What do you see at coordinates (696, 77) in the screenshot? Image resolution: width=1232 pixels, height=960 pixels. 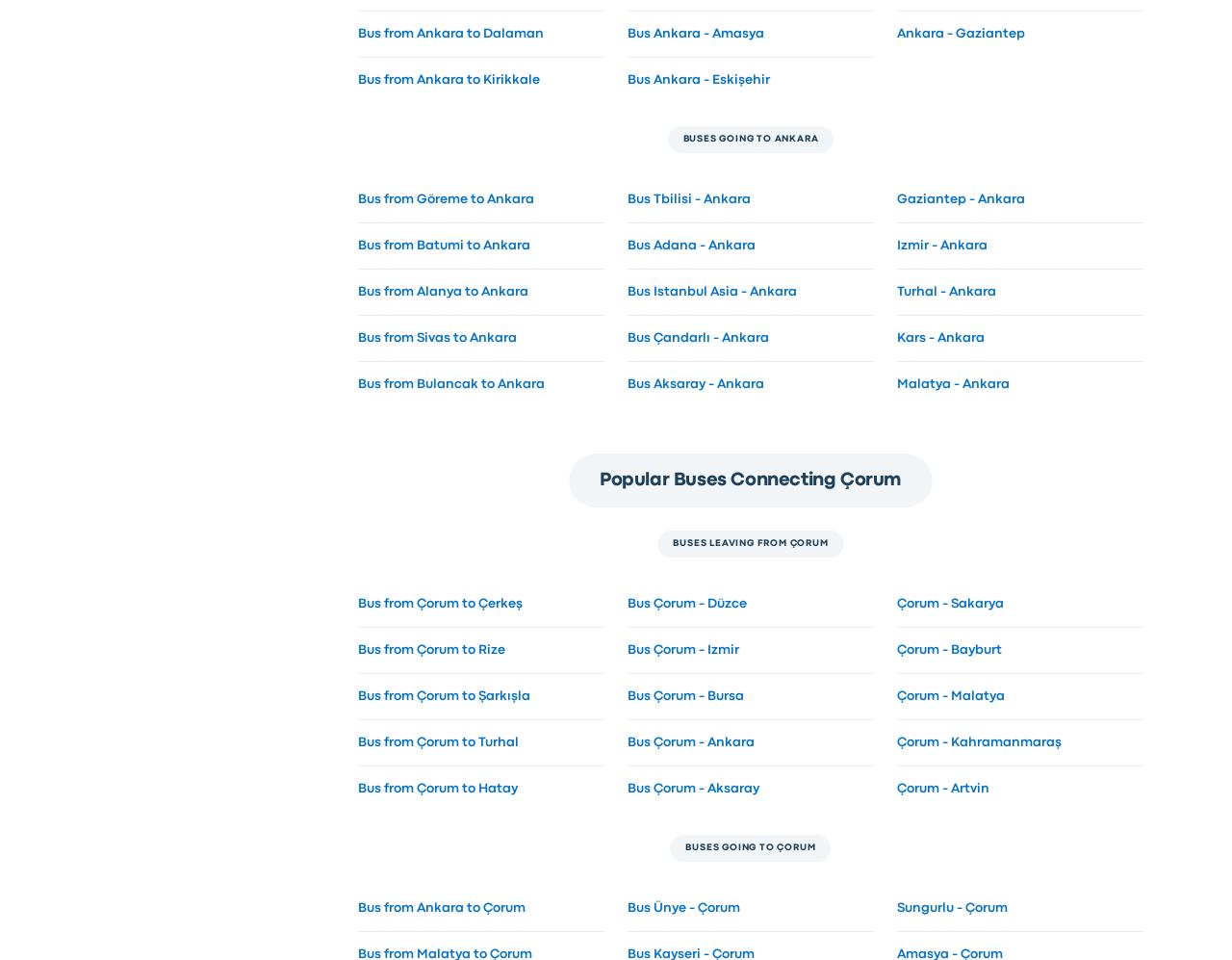 I see `'Bus Ankara - Eskişehir'` at bounding box center [696, 77].